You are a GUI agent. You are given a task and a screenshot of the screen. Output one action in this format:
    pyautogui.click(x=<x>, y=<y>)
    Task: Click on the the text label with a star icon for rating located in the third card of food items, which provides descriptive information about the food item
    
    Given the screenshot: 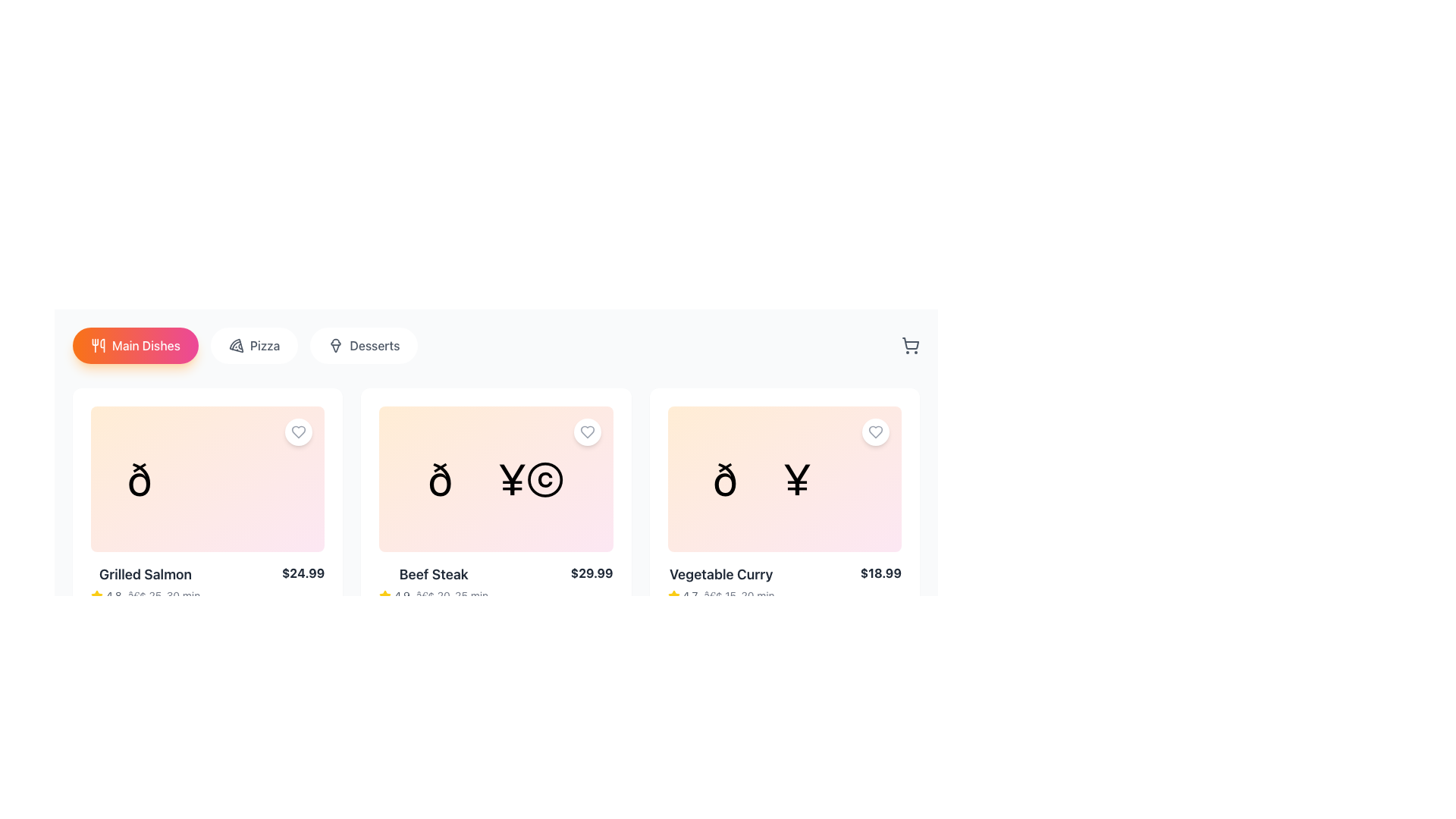 What is the action you would take?
    pyautogui.click(x=720, y=583)
    